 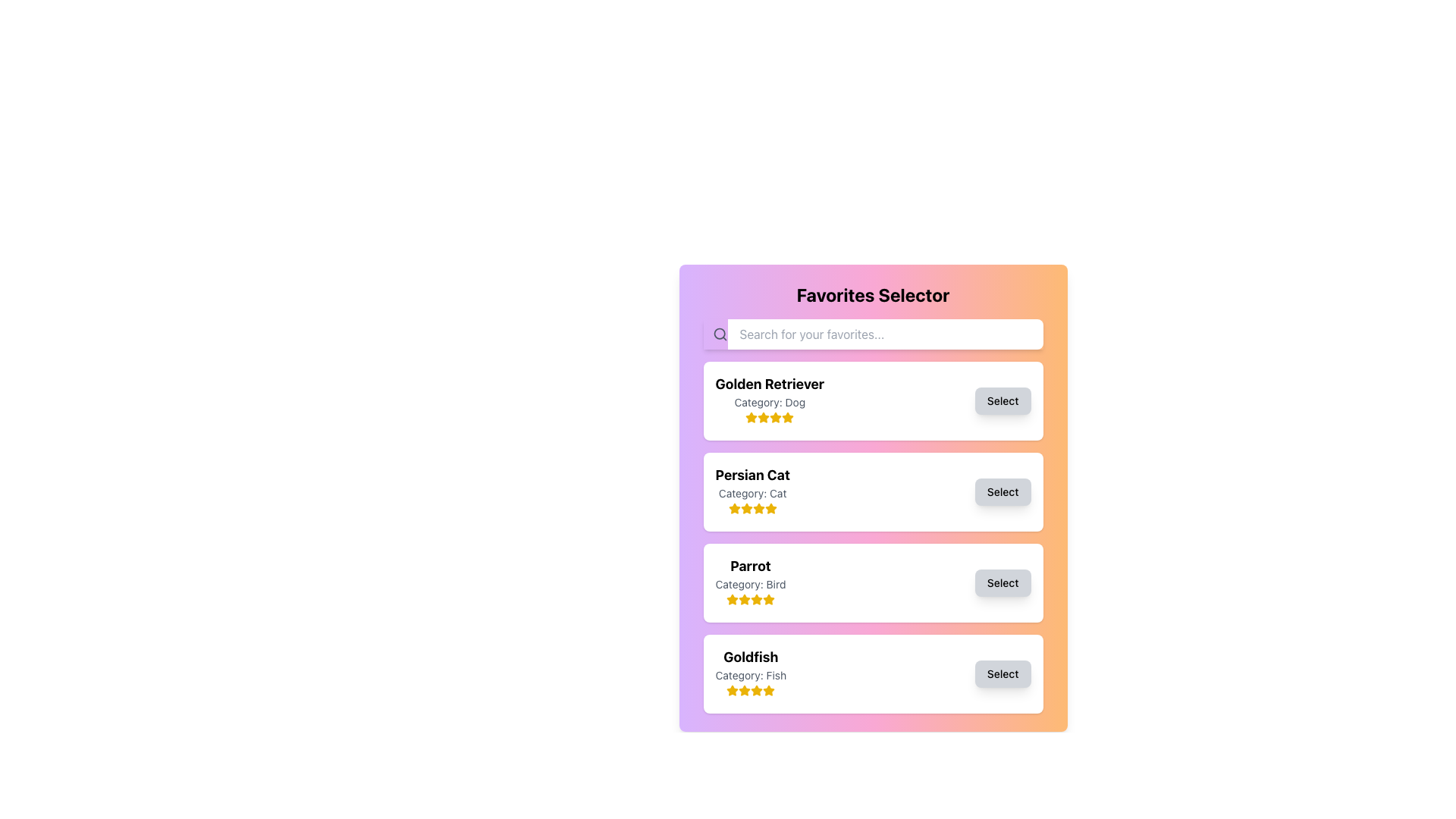 I want to click on the third yellow star icon in the rating component for the 'Parrot' item to rate it, so click(x=768, y=598).